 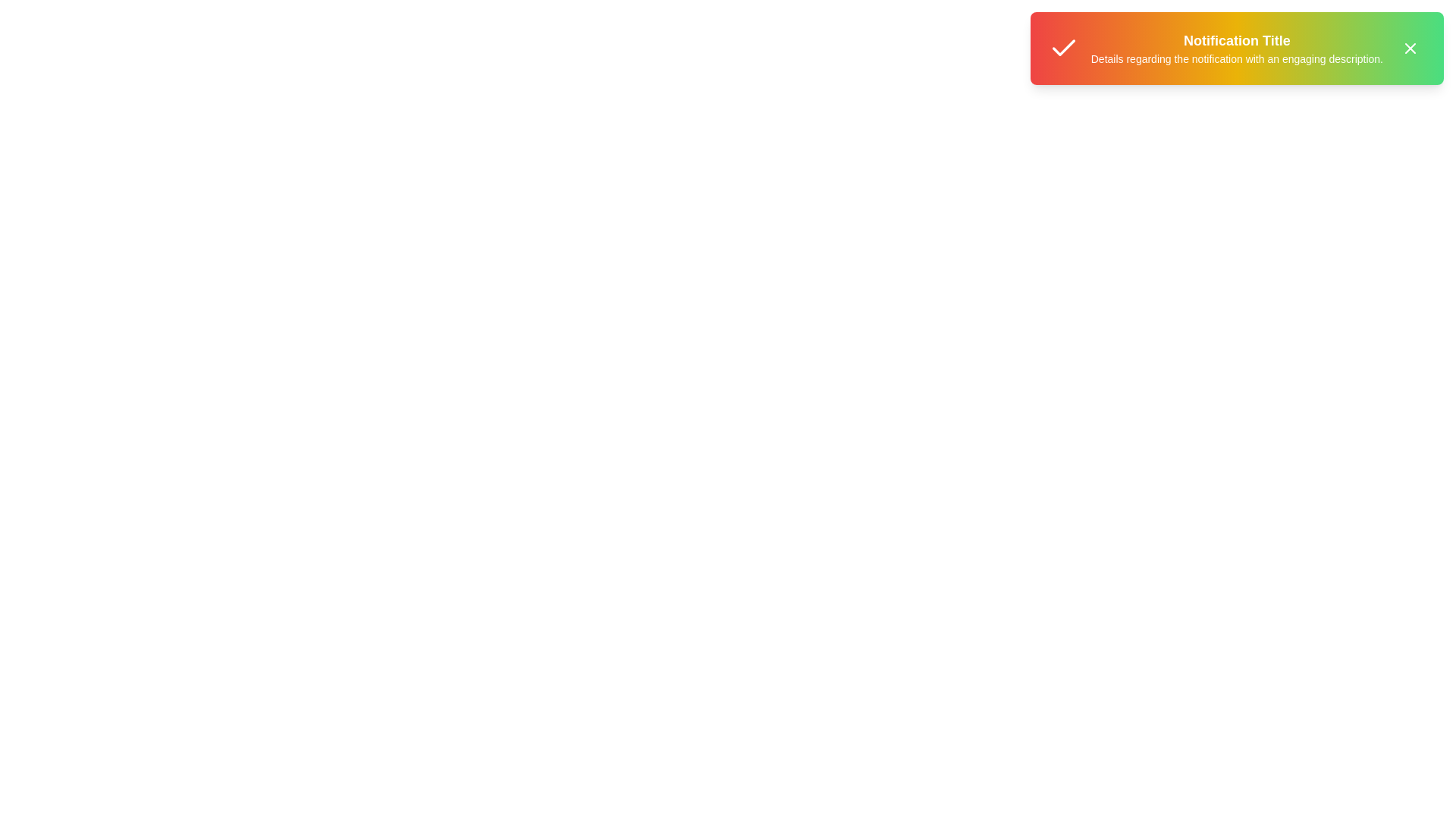 I want to click on the close button of the snackbar to dismiss it, so click(x=1410, y=48).